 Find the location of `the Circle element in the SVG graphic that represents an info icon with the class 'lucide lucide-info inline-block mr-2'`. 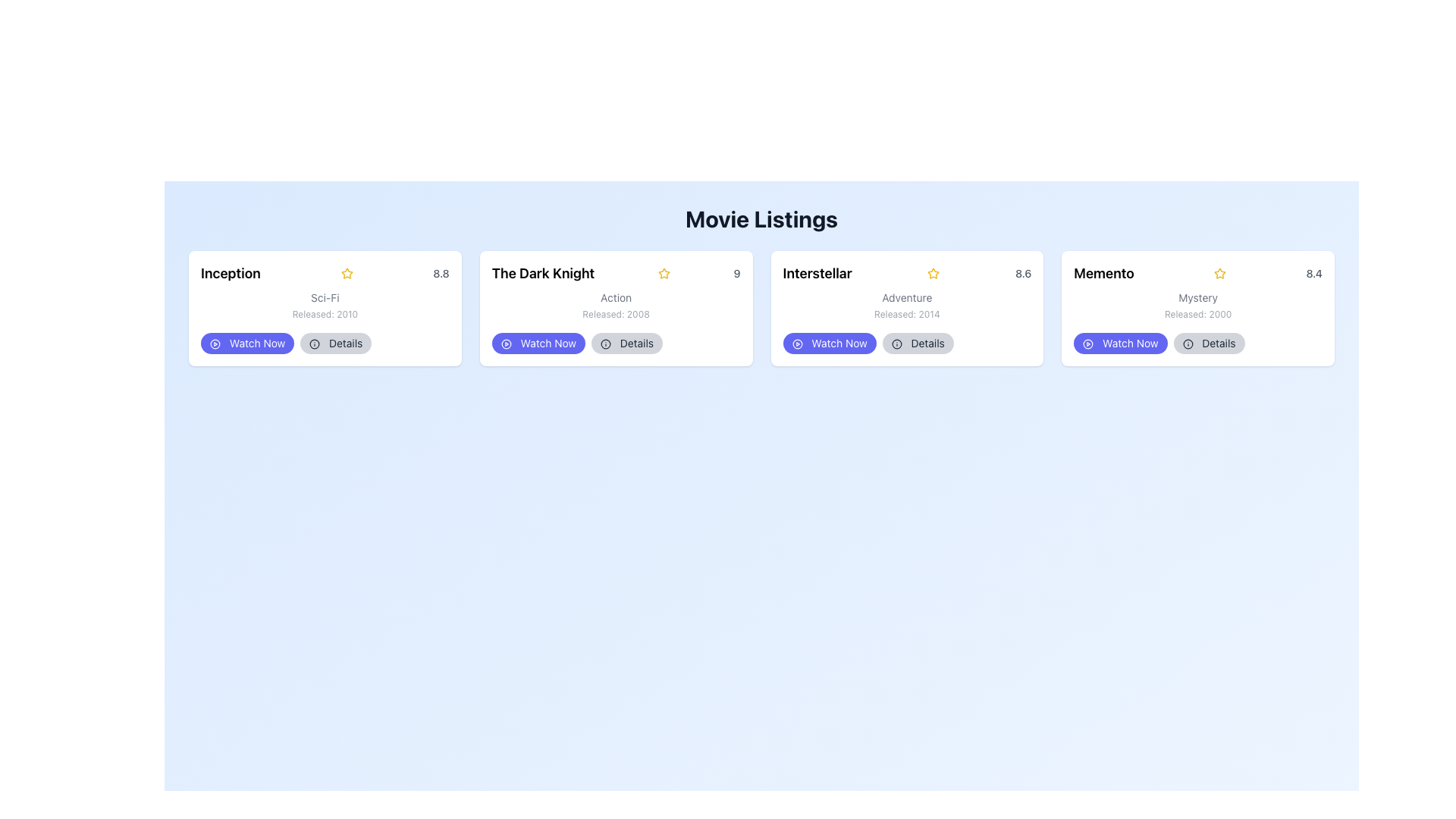

the Circle element in the SVG graphic that represents an info icon with the class 'lucide lucide-info inline-block mr-2' is located at coordinates (604, 344).